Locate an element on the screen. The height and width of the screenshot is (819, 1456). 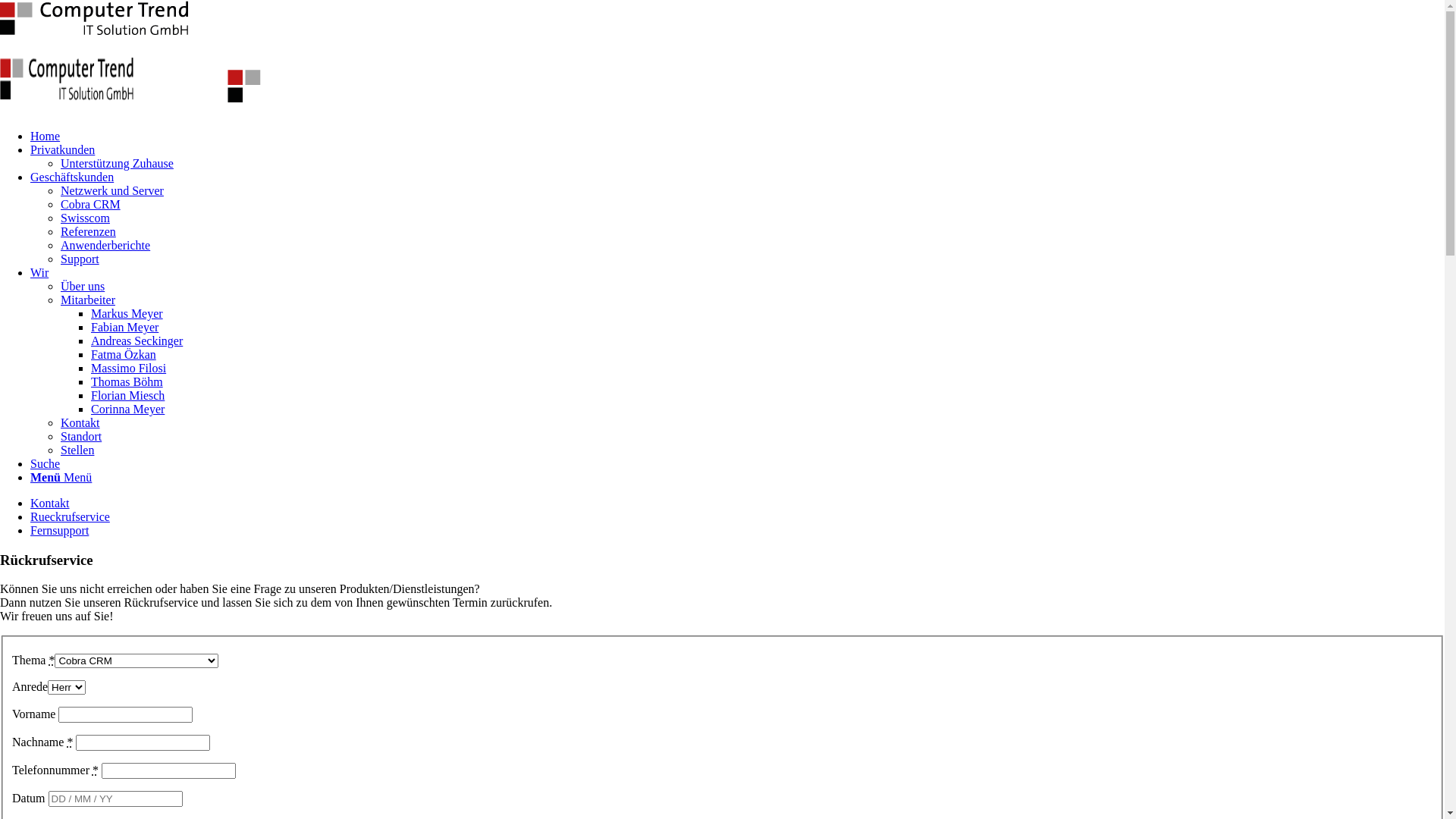
'Fernsupport' is located at coordinates (59, 529).